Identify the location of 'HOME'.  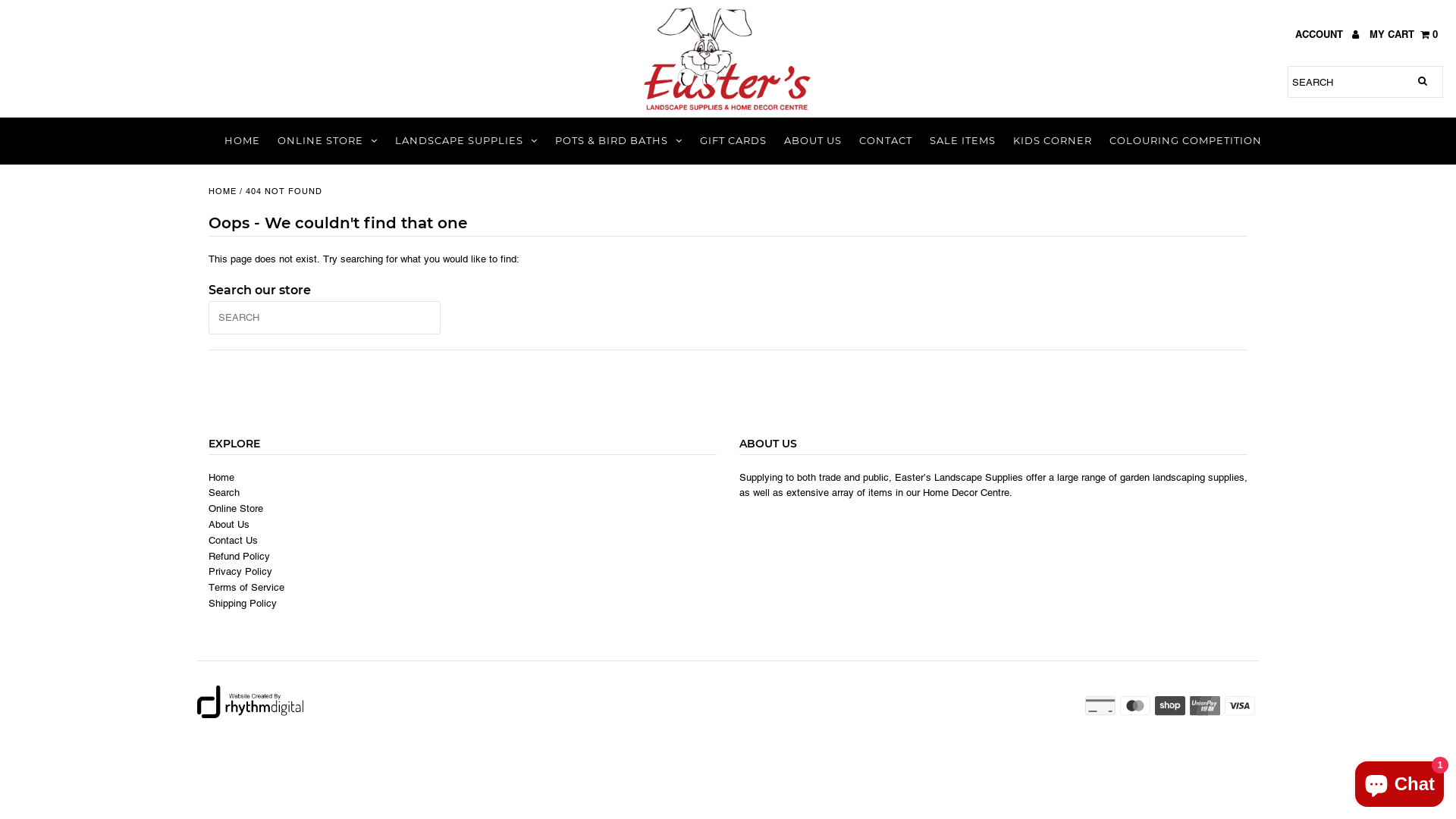
(221, 190).